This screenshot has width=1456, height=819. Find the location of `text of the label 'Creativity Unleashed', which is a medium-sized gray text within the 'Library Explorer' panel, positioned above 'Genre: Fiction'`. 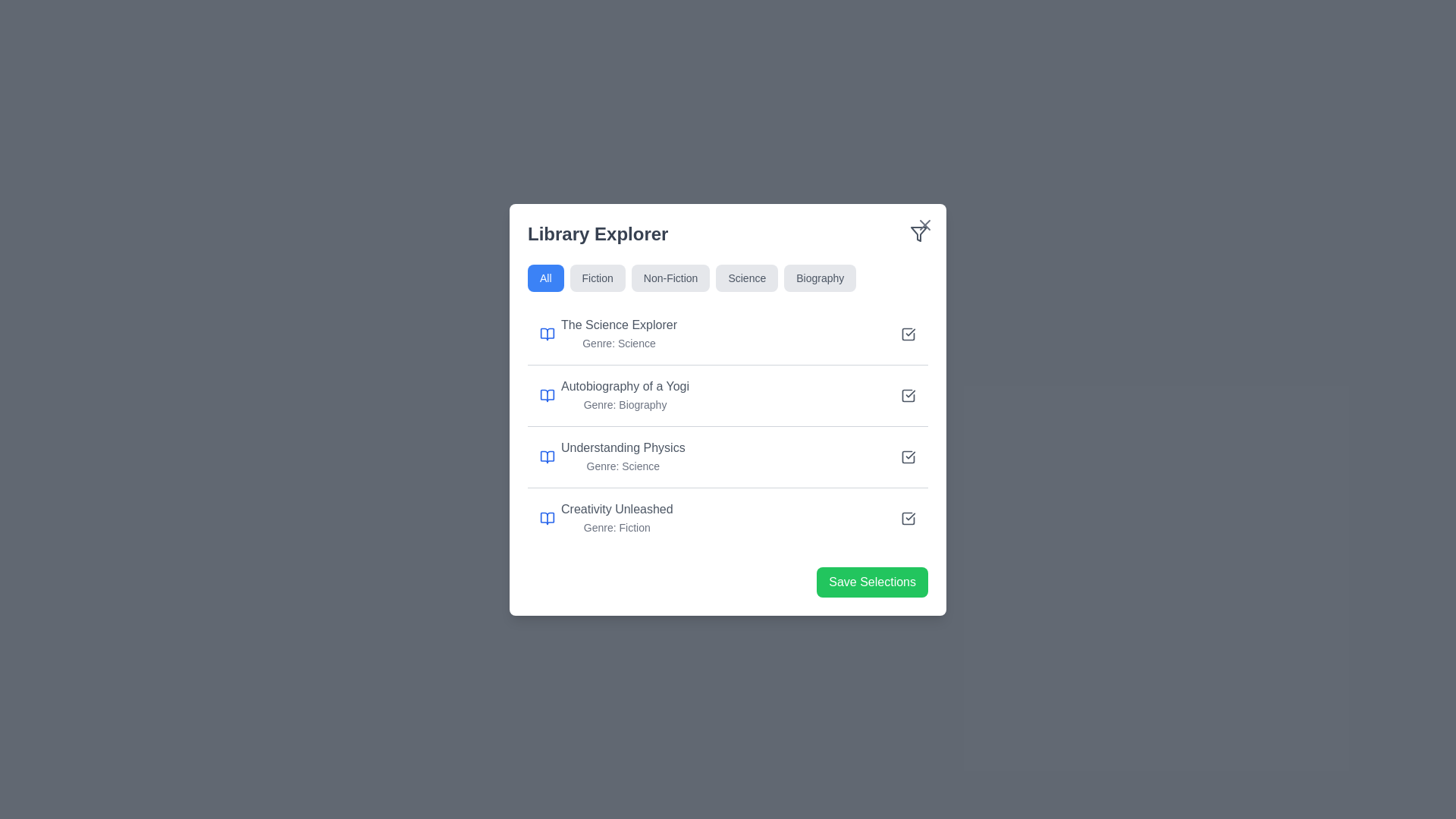

text of the label 'Creativity Unleashed', which is a medium-sized gray text within the 'Library Explorer' panel, positioned above 'Genre: Fiction' is located at coordinates (617, 509).